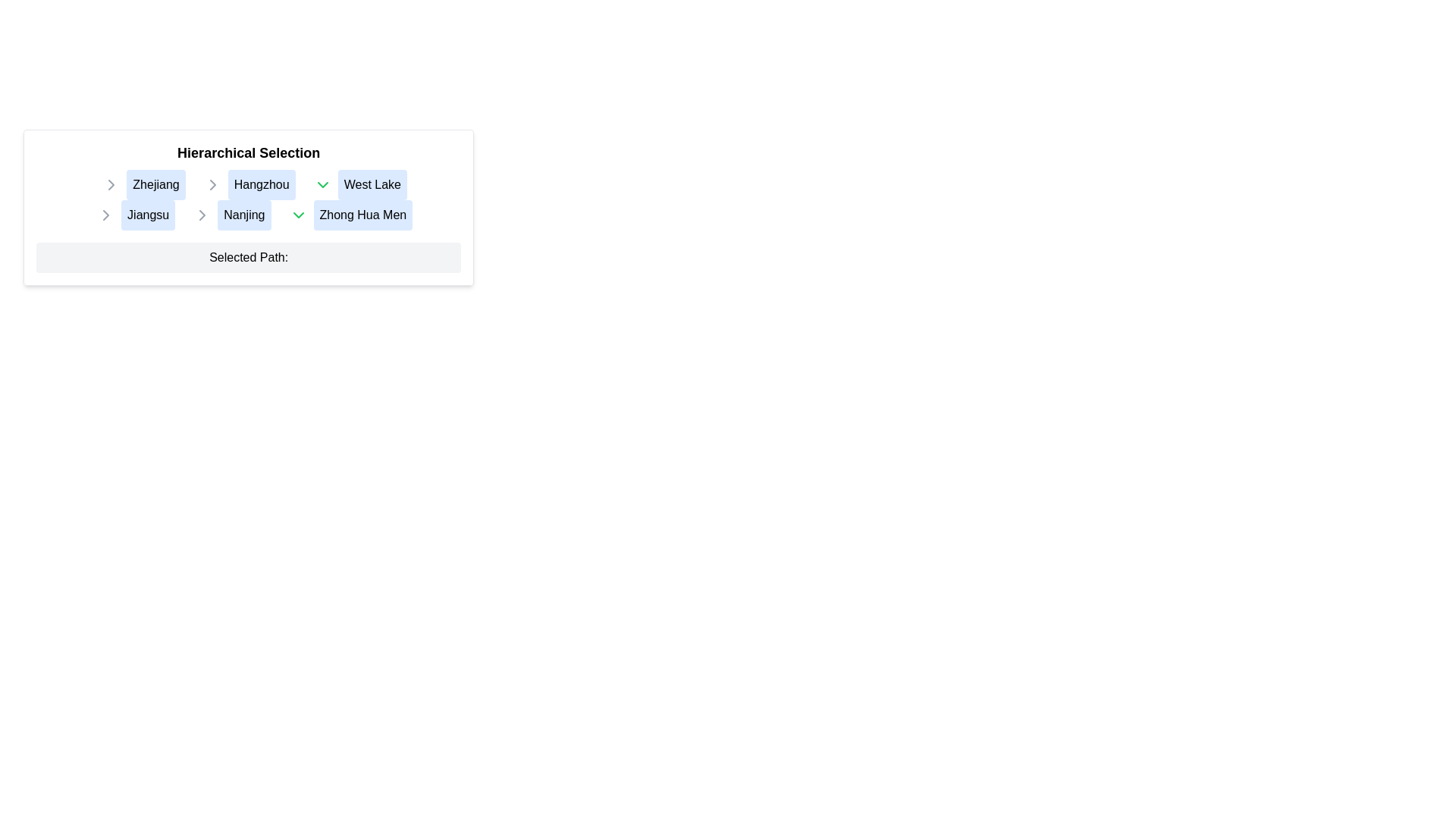 The width and height of the screenshot is (1456, 819). What do you see at coordinates (105, 215) in the screenshot?
I see `the chevron-right icon located to the left of the 'Jiangsu' text label in the breadcrumb section for hierarchical navigation` at bounding box center [105, 215].